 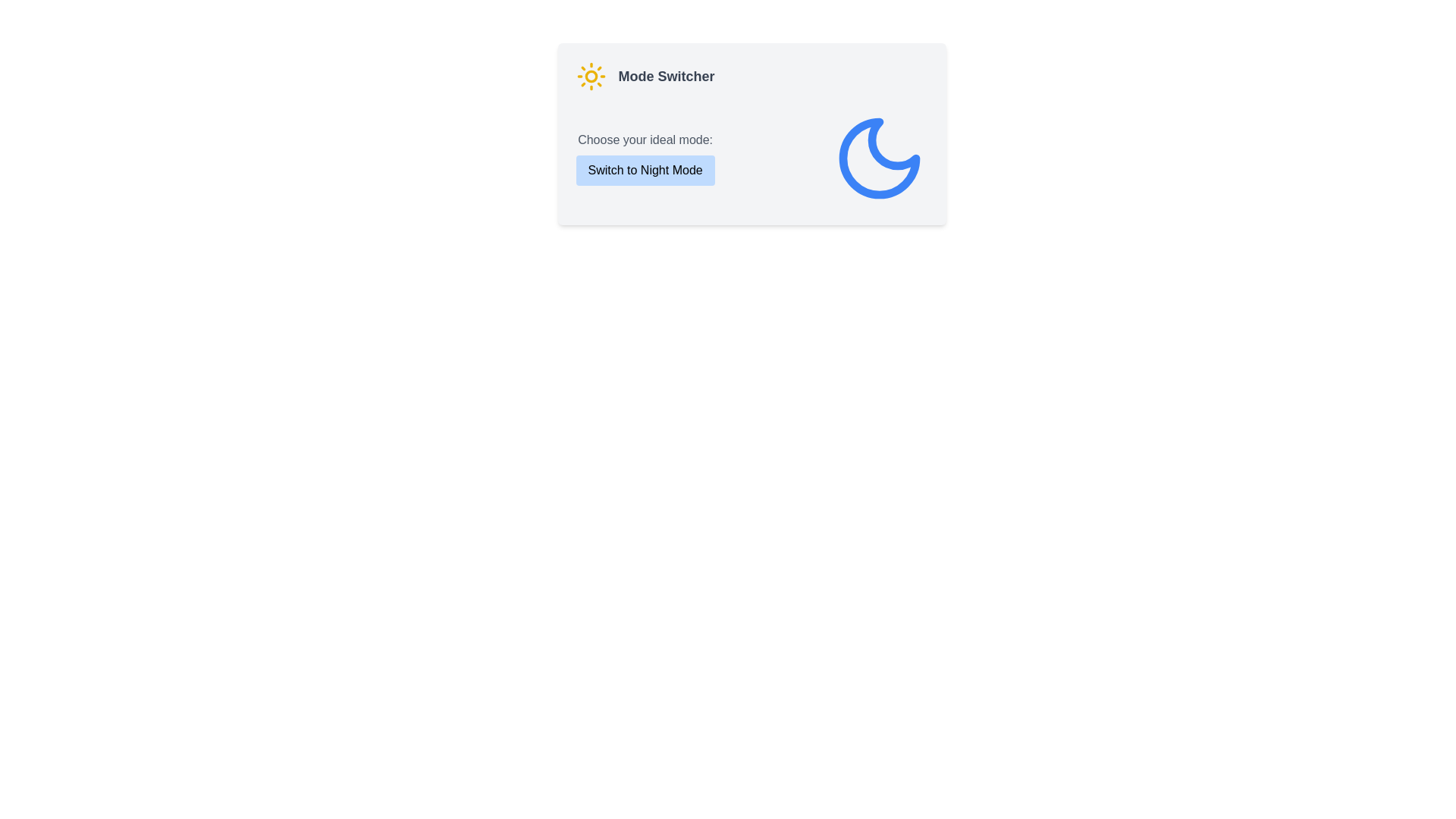 I want to click on the 'Switch to Night Mode' button located beneath the label 'Choose your ideal mode:', so click(x=645, y=158).